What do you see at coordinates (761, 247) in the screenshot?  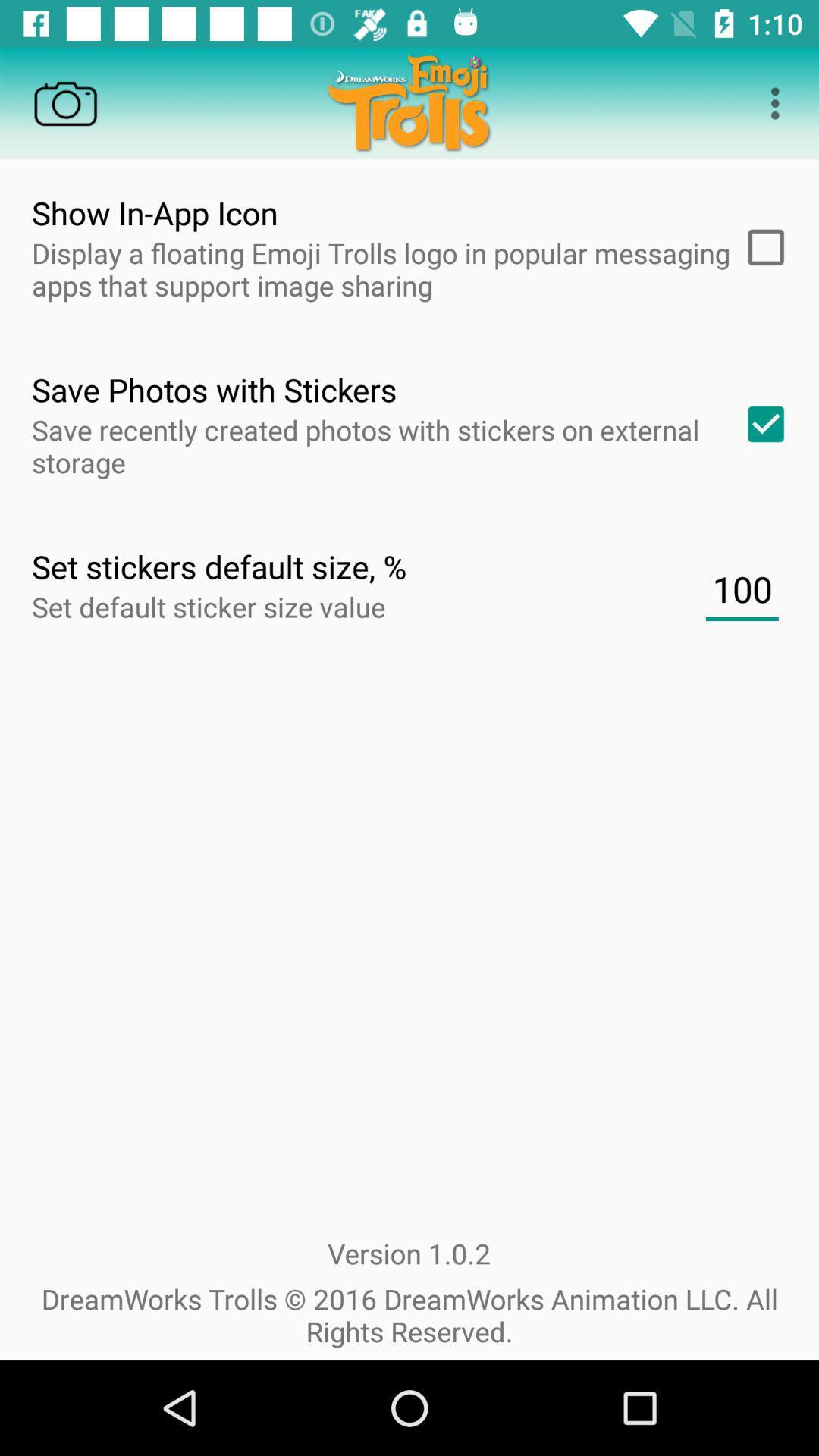 I see `item to the right of display a floating item` at bounding box center [761, 247].